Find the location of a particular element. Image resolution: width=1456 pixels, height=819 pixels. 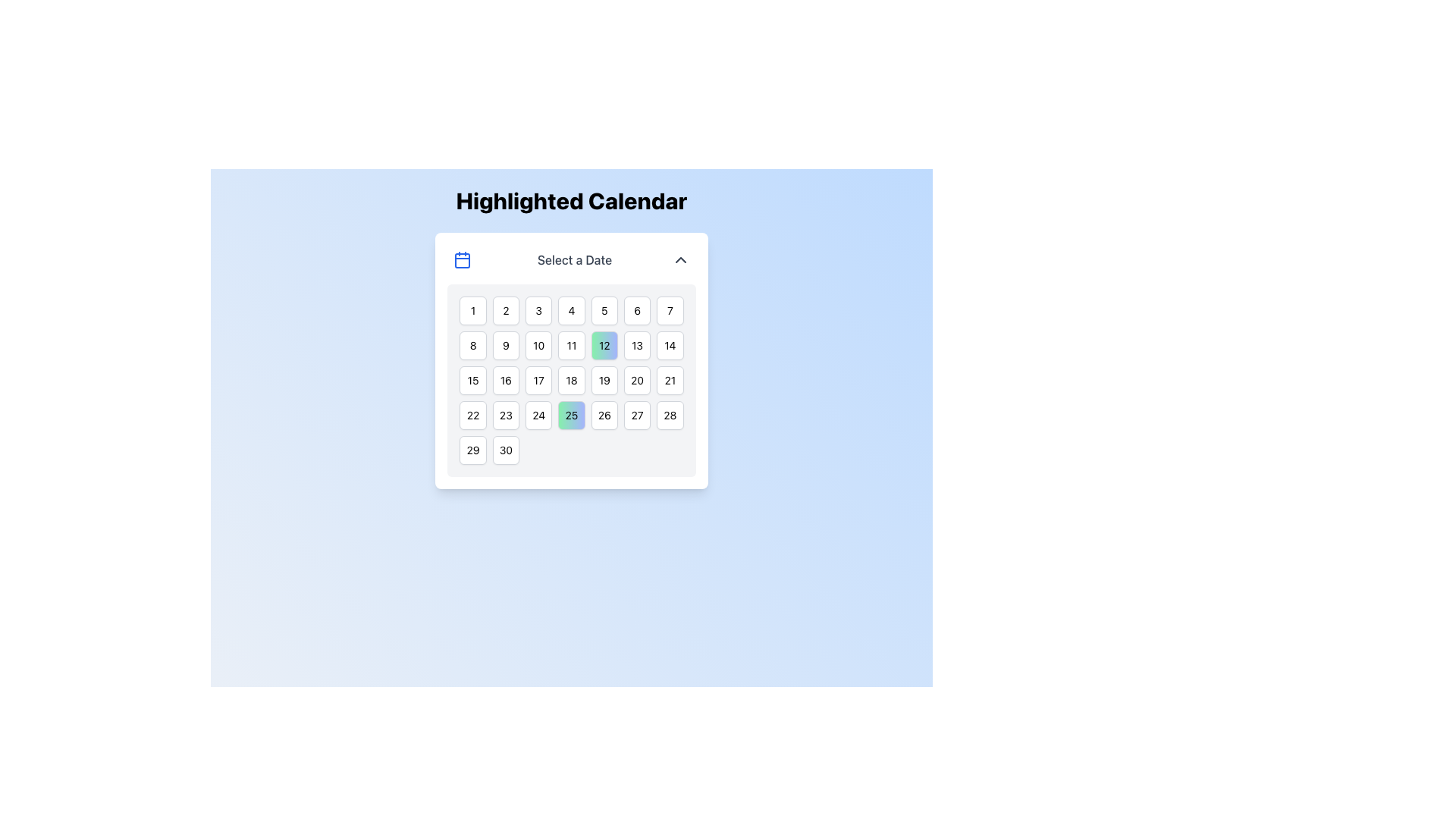

the small rectangular button with rounded corners that has the text '19' centered inside it is located at coordinates (604, 379).